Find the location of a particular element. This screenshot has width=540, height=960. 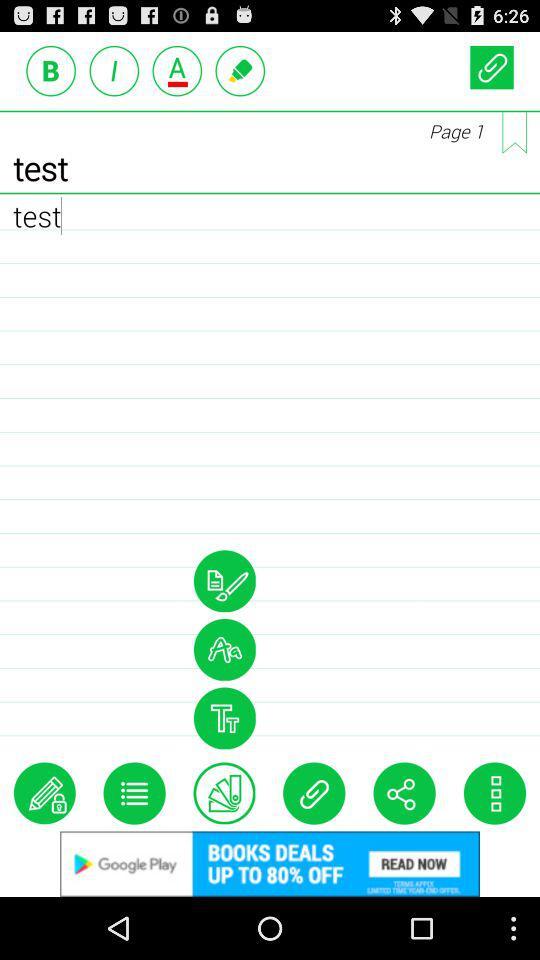

change font is located at coordinates (223, 648).